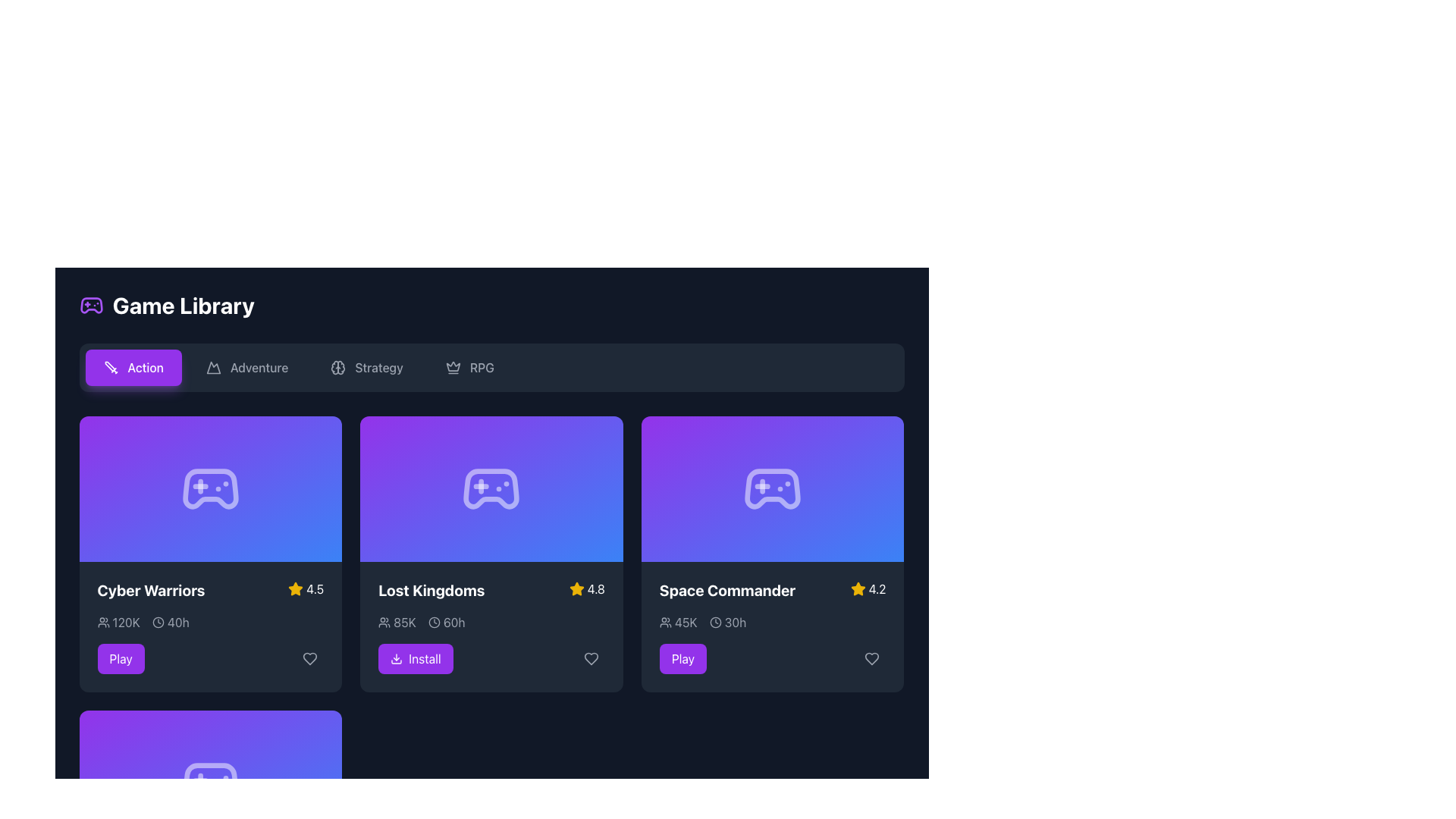 The height and width of the screenshot is (819, 1456). I want to click on the user icon that visually represents the number of participants, located to the left of the numeric data '120K' in the 'Cyber Warriors' card, so click(102, 623).